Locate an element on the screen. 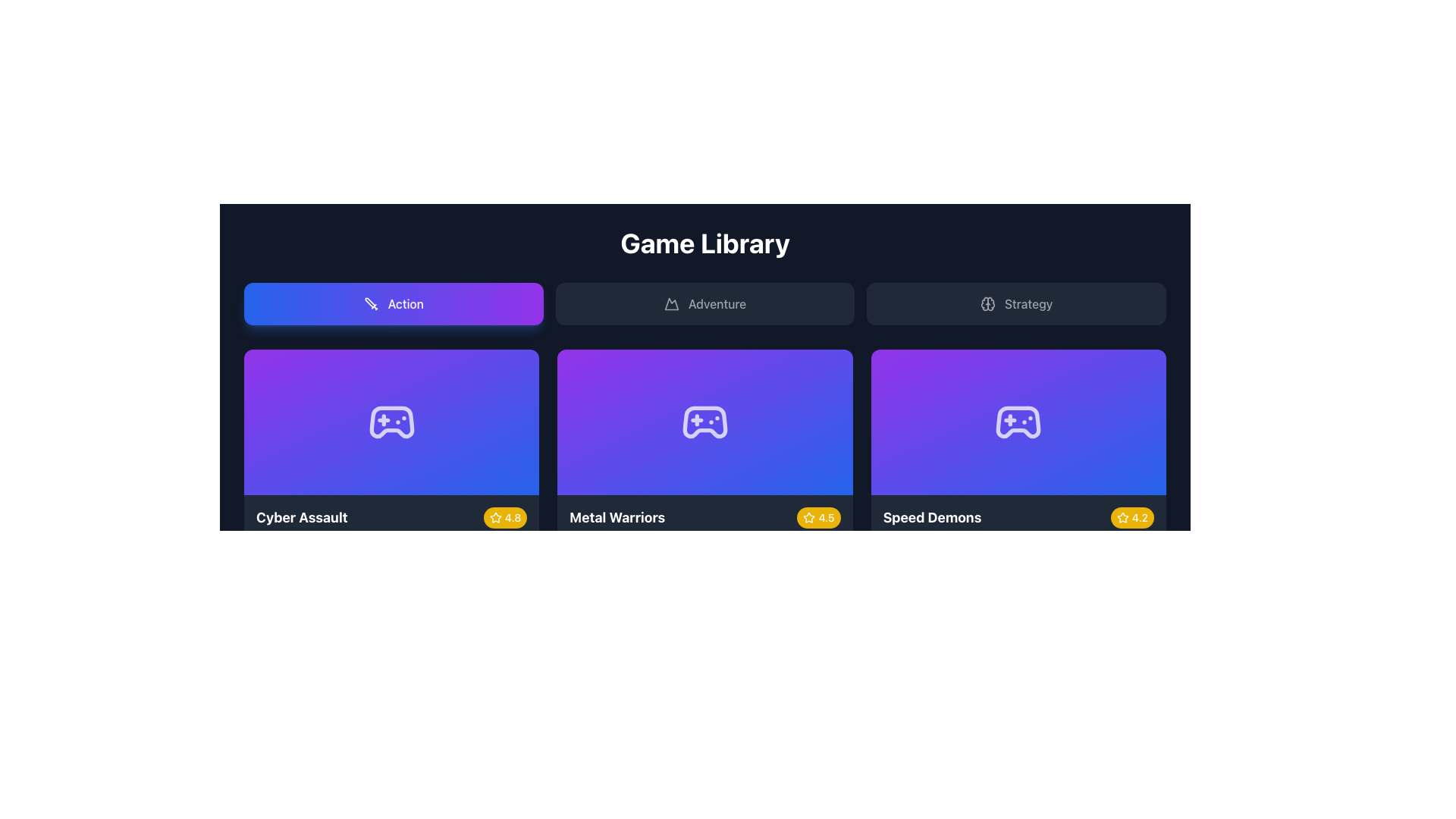 This screenshot has height=819, width=1456. the Rating badge that conveys the rating of the game 'Metal Warriors', located at the bottom-right section of the card labeled 'Metal Warriors' is located at coordinates (818, 516).